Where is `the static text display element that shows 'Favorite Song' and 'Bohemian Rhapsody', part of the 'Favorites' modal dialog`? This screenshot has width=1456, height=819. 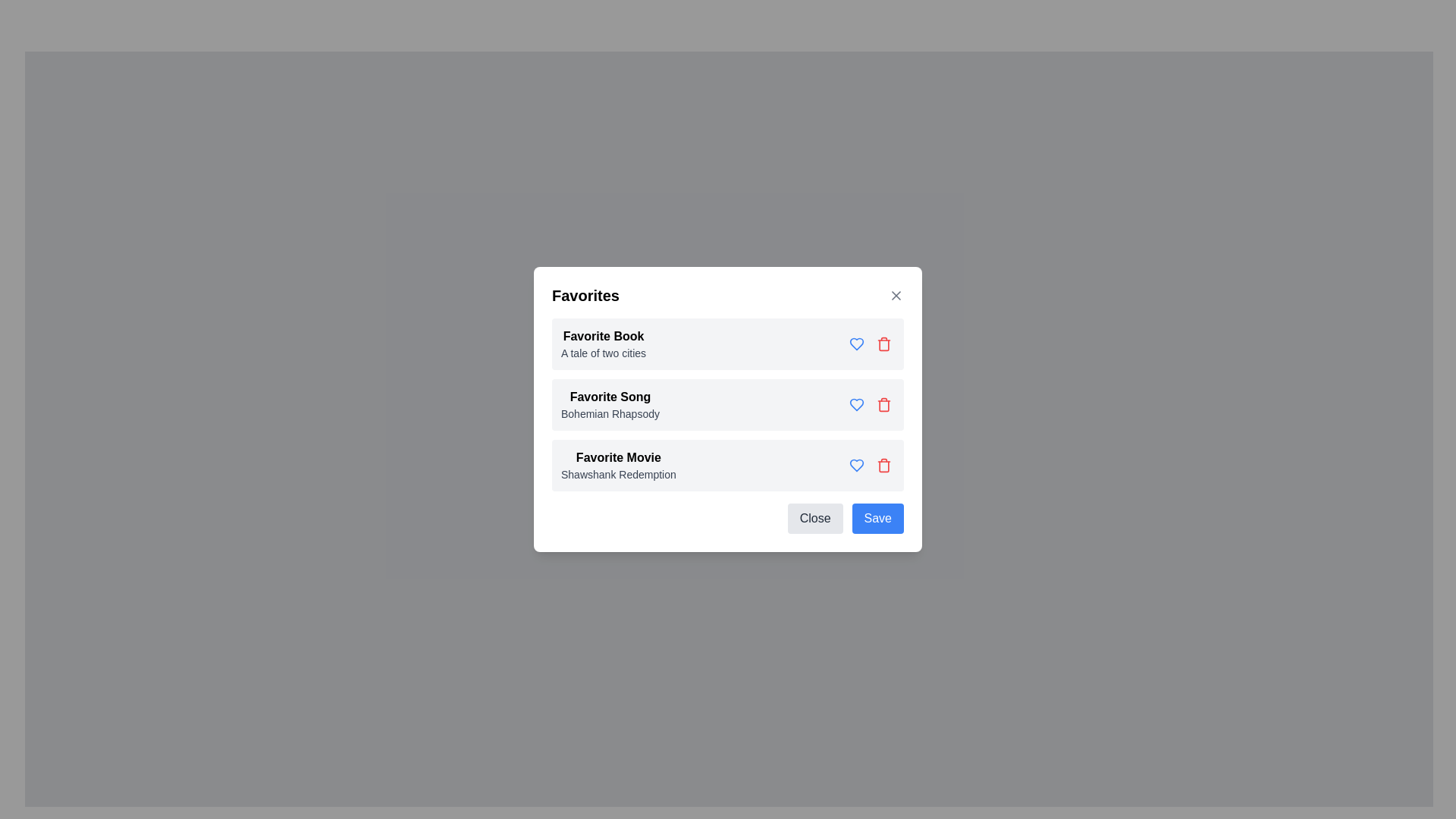 the static text display element that shows 'Favorite Song' and 'Bohemian Rhapsody', part of the 'Favorites' modal dialog is located at coordinates (610, 403).